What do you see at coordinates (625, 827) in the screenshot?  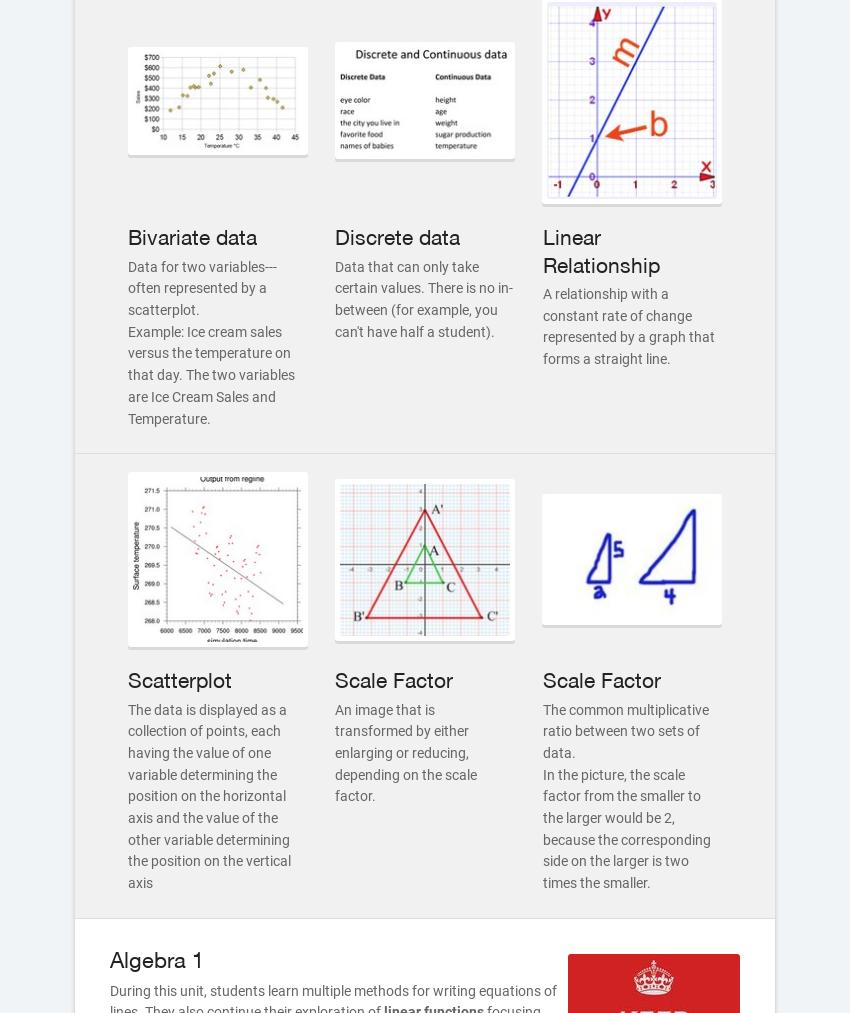 I see `'In the picture, the scale factor from the smaller to the larger would be 2, because the corresponding side on the larger is two times the smaller.'` at bounding box center [625, 827].